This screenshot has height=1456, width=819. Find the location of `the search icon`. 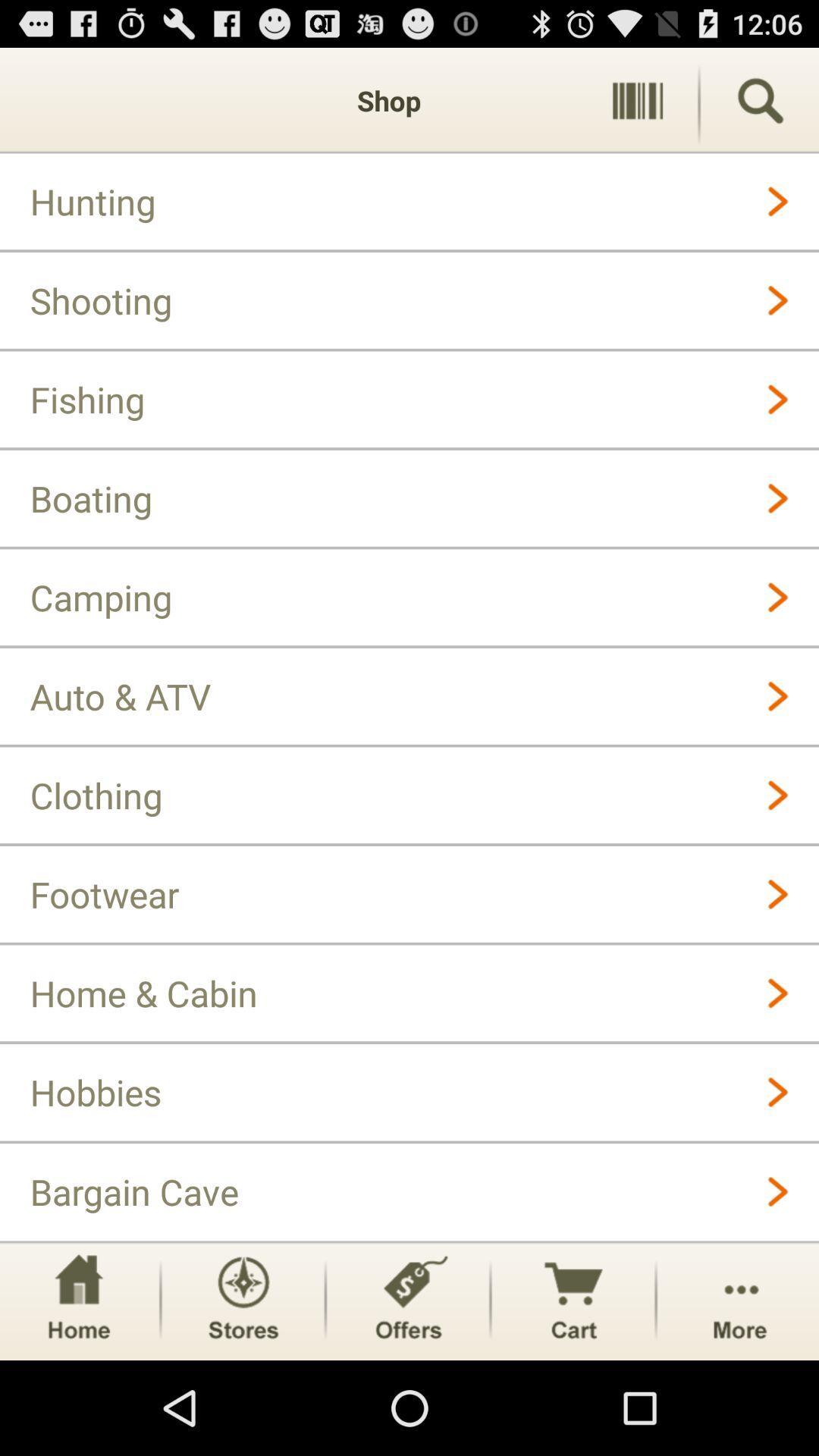

the search icon is located at coordinates (760, 107).